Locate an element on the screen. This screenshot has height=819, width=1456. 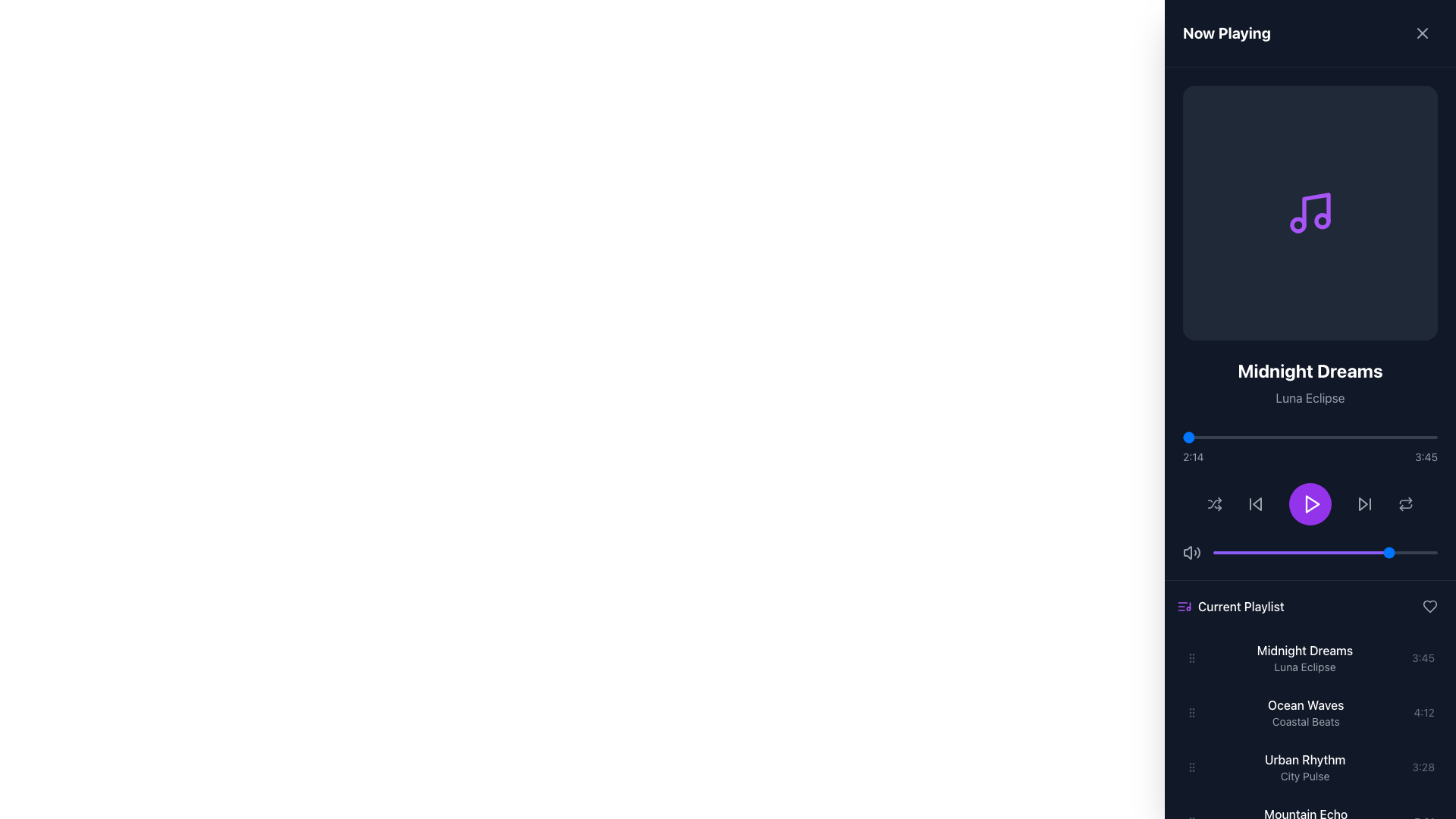
text label displaying the time '2:14', which is located to the left of the progress bar and indicates the current playback time is located at coordinates (1192, 456).